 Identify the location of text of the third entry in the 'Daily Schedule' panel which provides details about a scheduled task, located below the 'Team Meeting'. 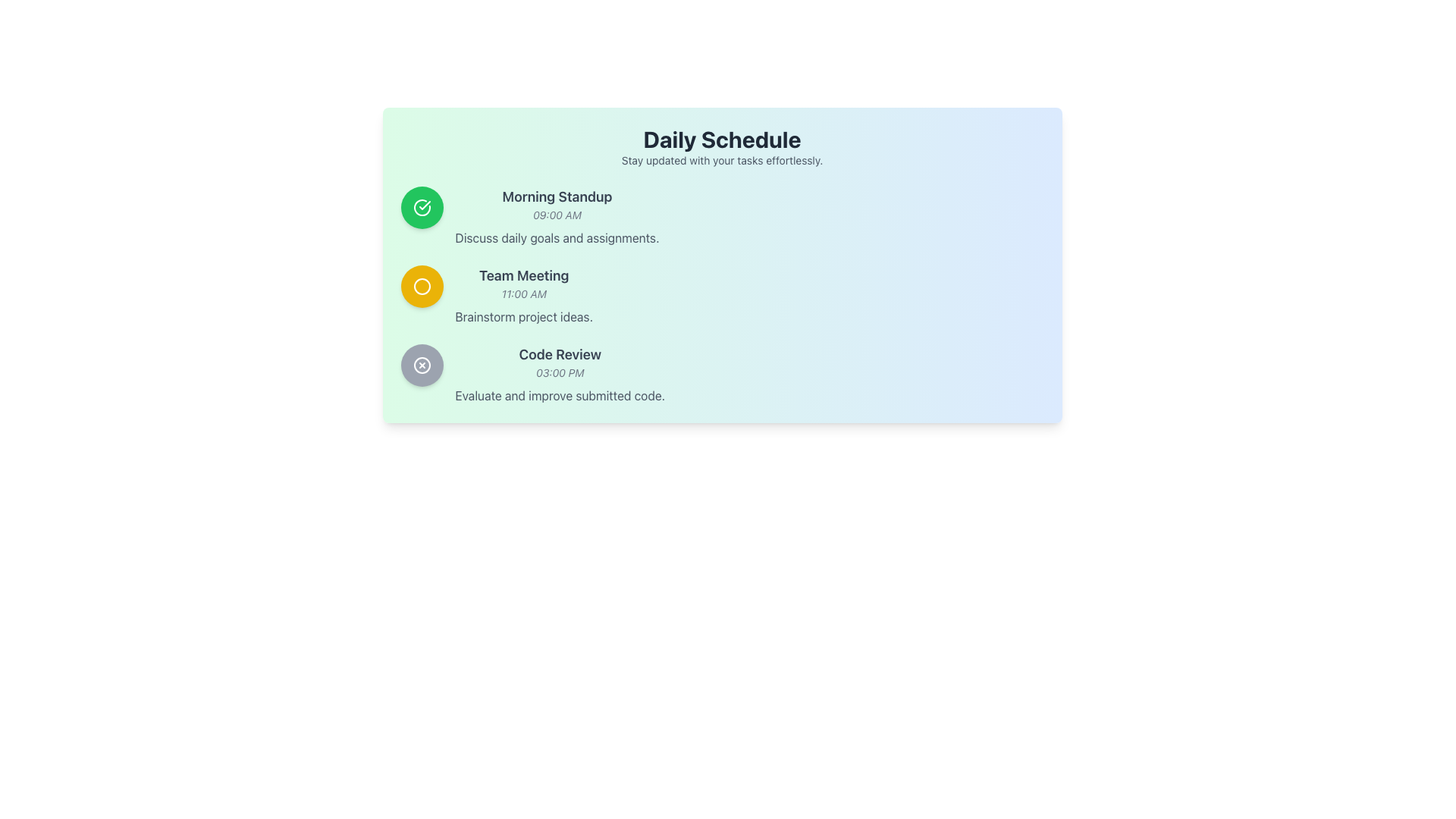
(559, 374).